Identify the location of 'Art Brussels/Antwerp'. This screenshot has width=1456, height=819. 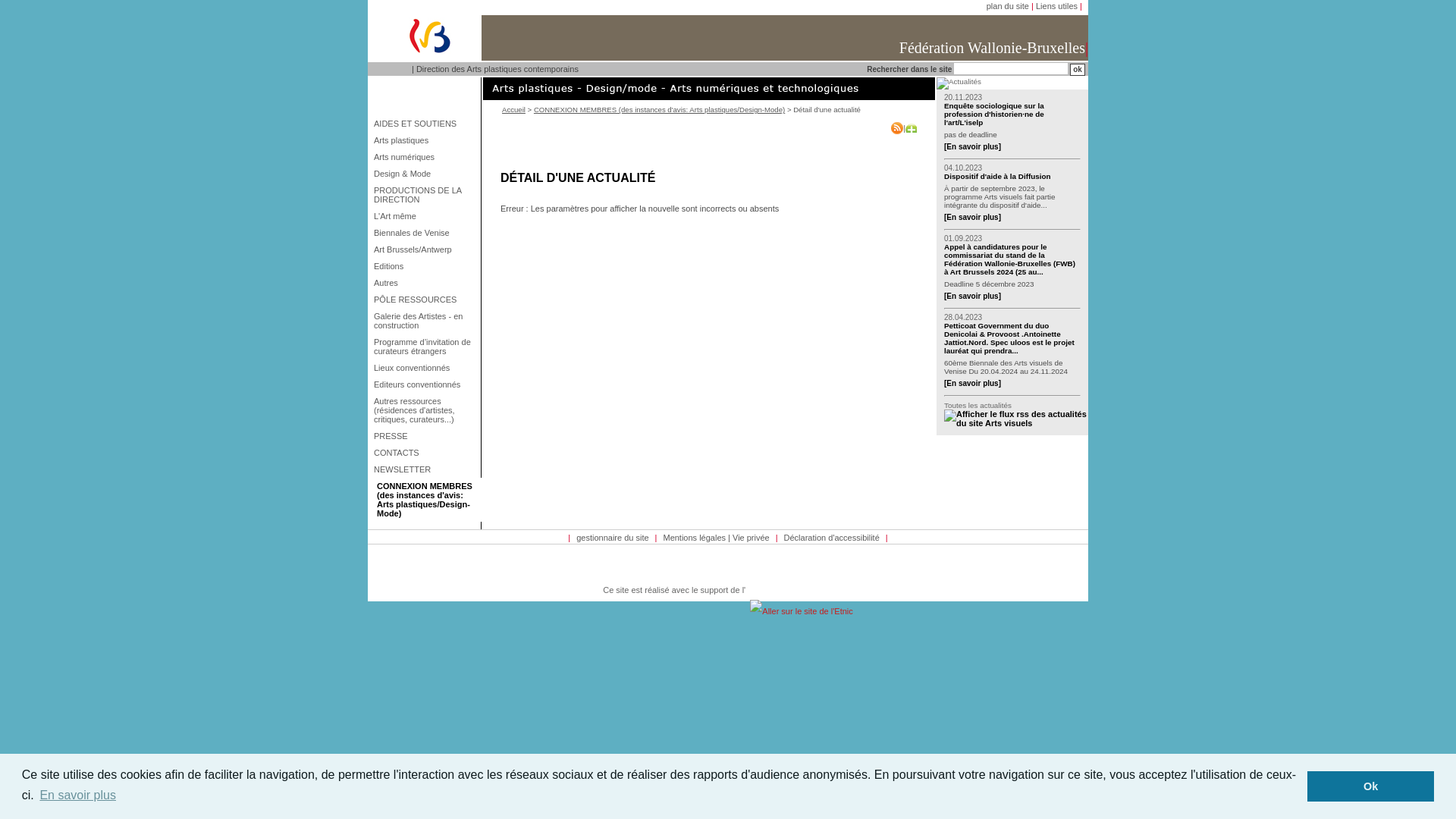
(425, 248).